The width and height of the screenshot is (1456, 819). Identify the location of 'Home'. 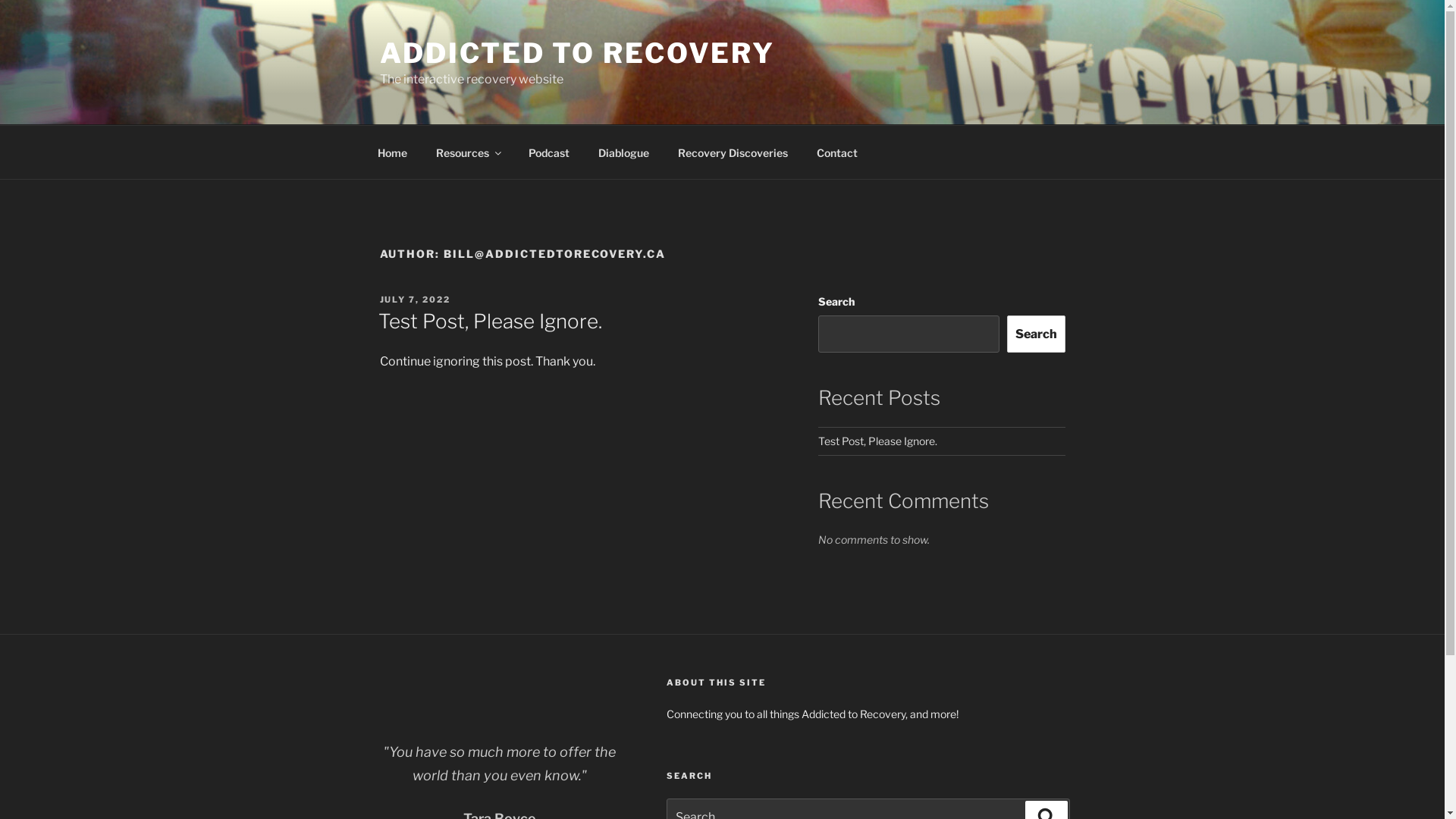
(392, 152).